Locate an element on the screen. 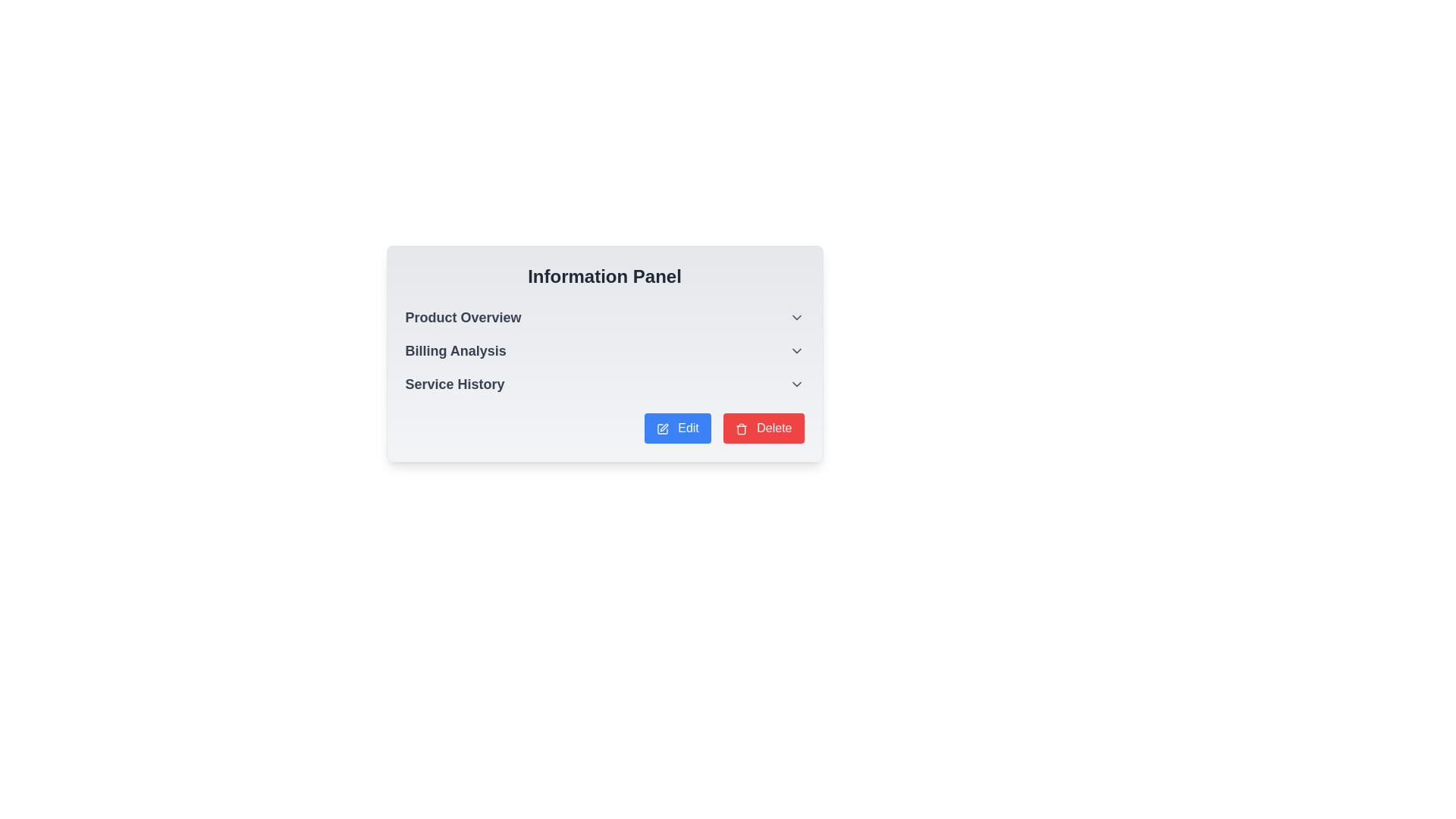 The image size is (1456, 819). the text label reading 'Product Overview', which is styled in a large, bold, dark gray font and located at the top left of the 'Information Panel' is located at coordinates (462, 317).